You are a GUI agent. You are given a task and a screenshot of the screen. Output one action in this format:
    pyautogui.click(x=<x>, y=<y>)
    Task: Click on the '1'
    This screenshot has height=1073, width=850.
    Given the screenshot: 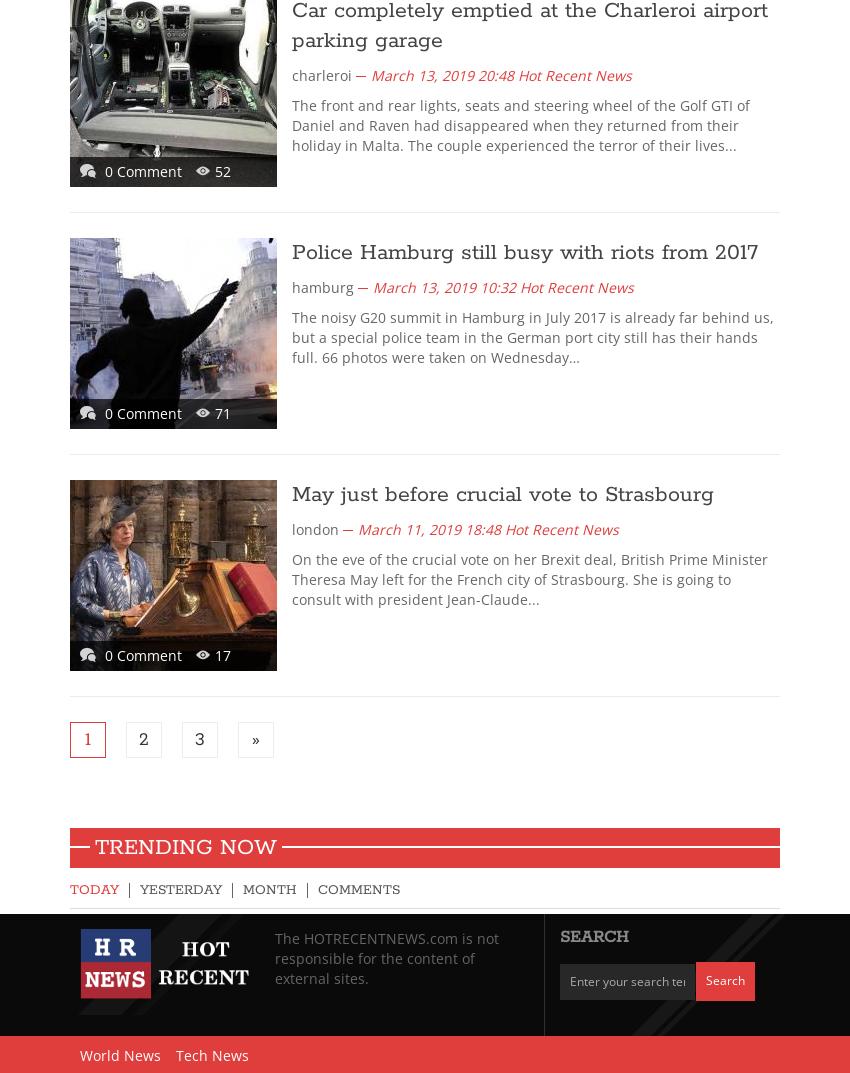 What is the action you would take?
    pyautogui.click(x=86, y=739)
    